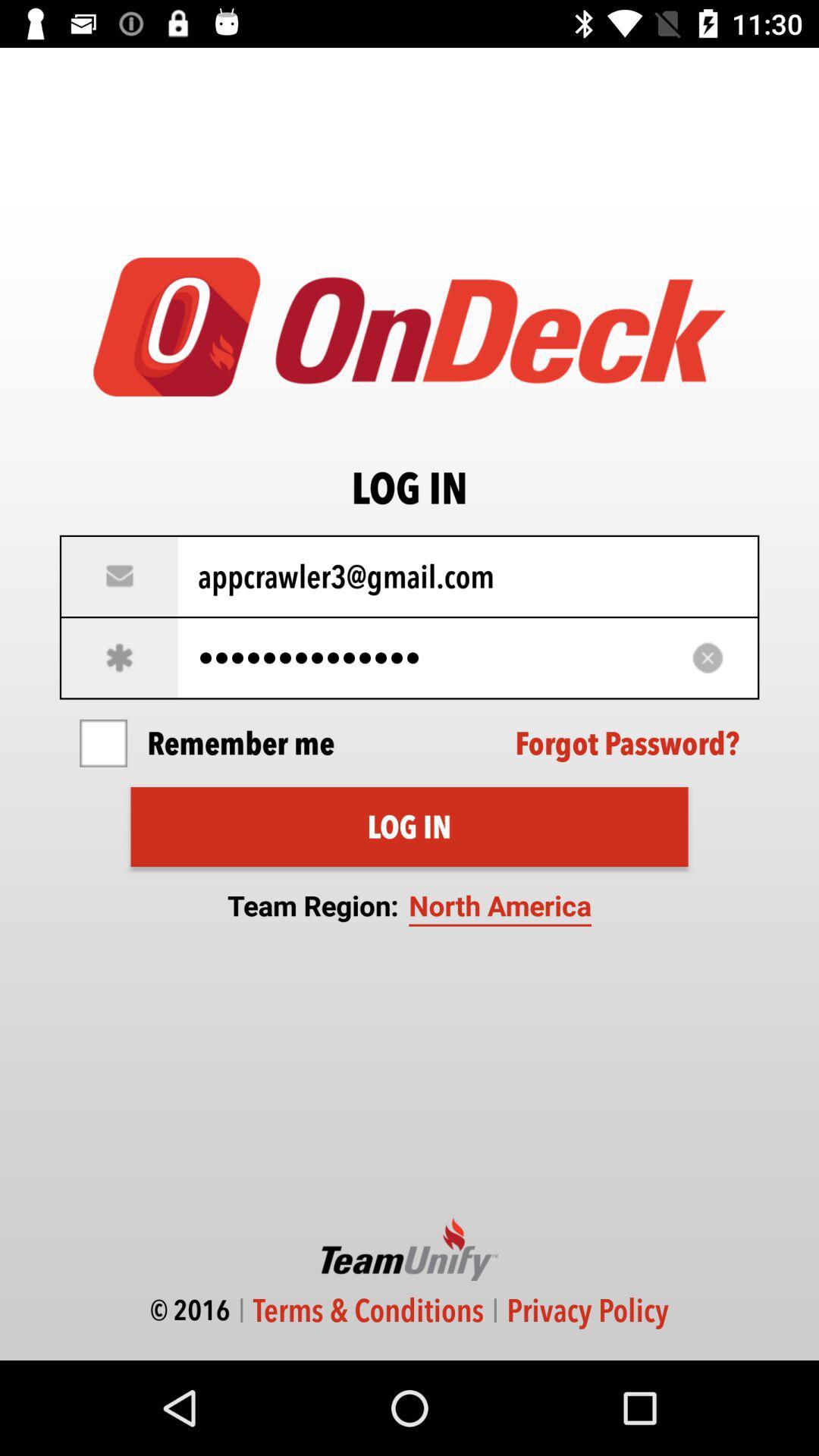 The width and height of the screenshot is (819, 1456). What do you see at coordinates (102, 743) in the screenshot?
I see `remember login opton` at bounding box center [102, 743].